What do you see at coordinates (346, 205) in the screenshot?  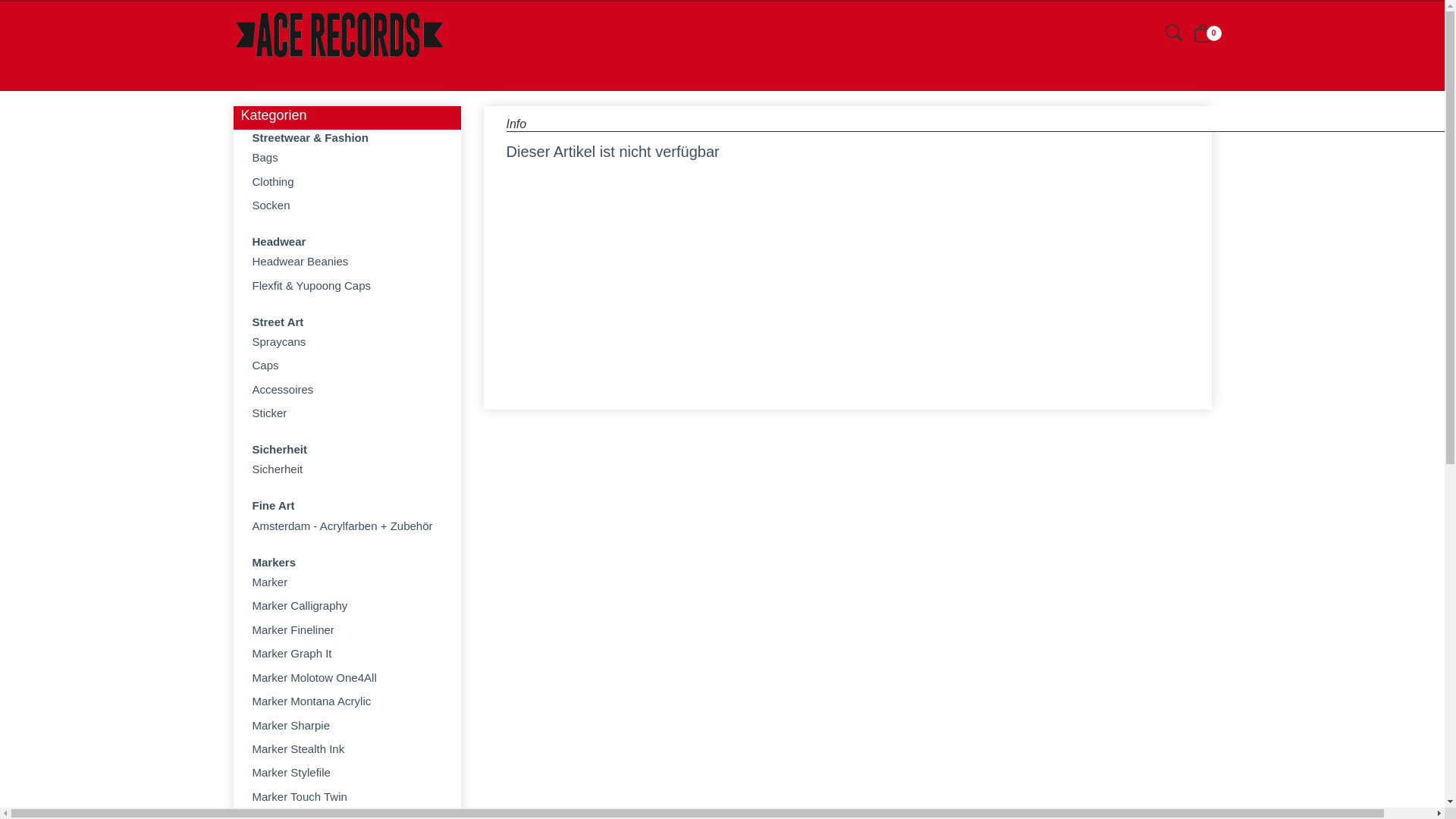 I see `'Socken'` at bounding box center [346, 205].